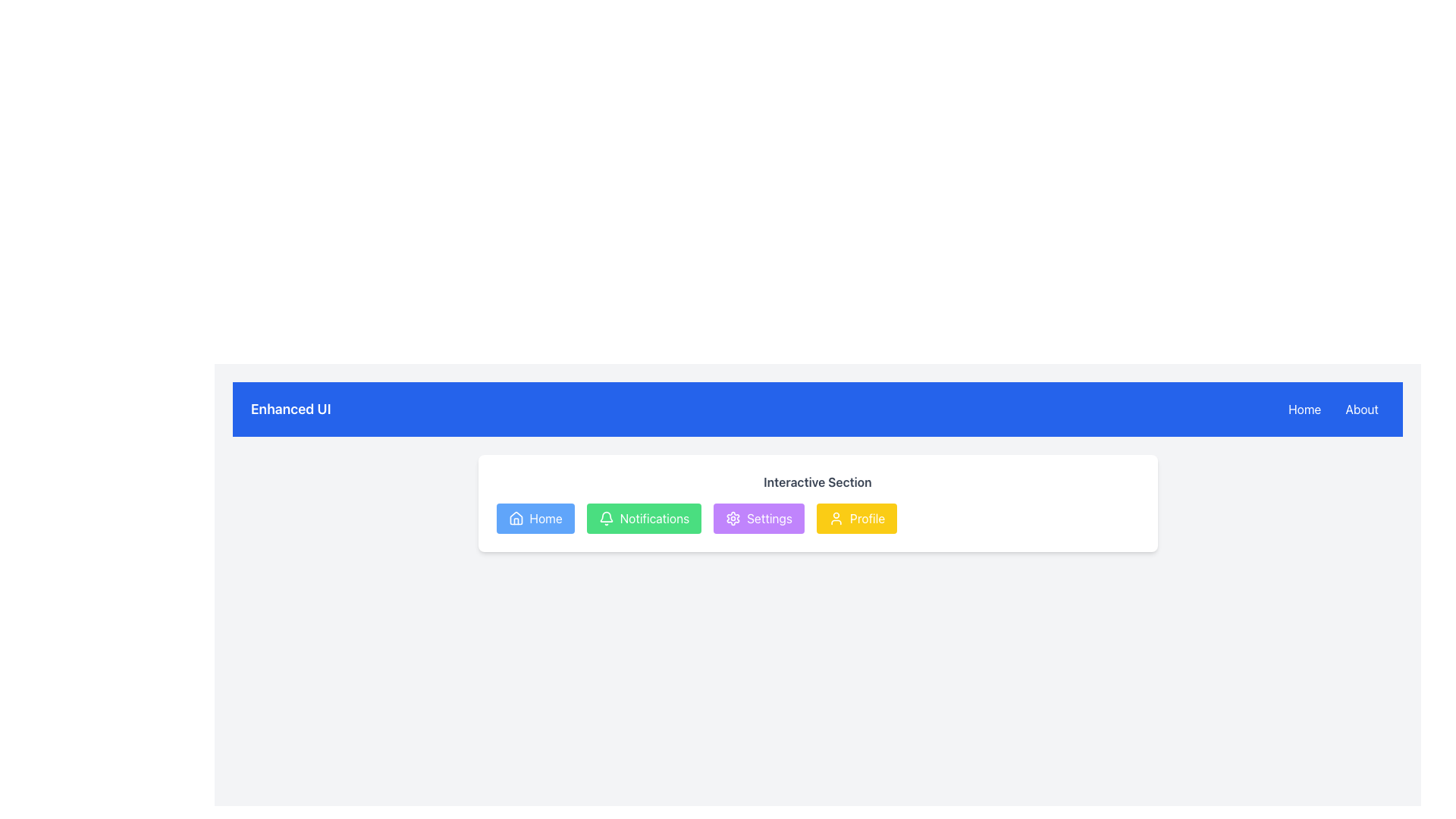  What do you see at coordinates (733, 517) in the screenshot?
I see `the settings icon, which is a gear icon with a purple background and white outline, located beneath the header and part of the 'Settings' button` at bounding box center [733, 517].